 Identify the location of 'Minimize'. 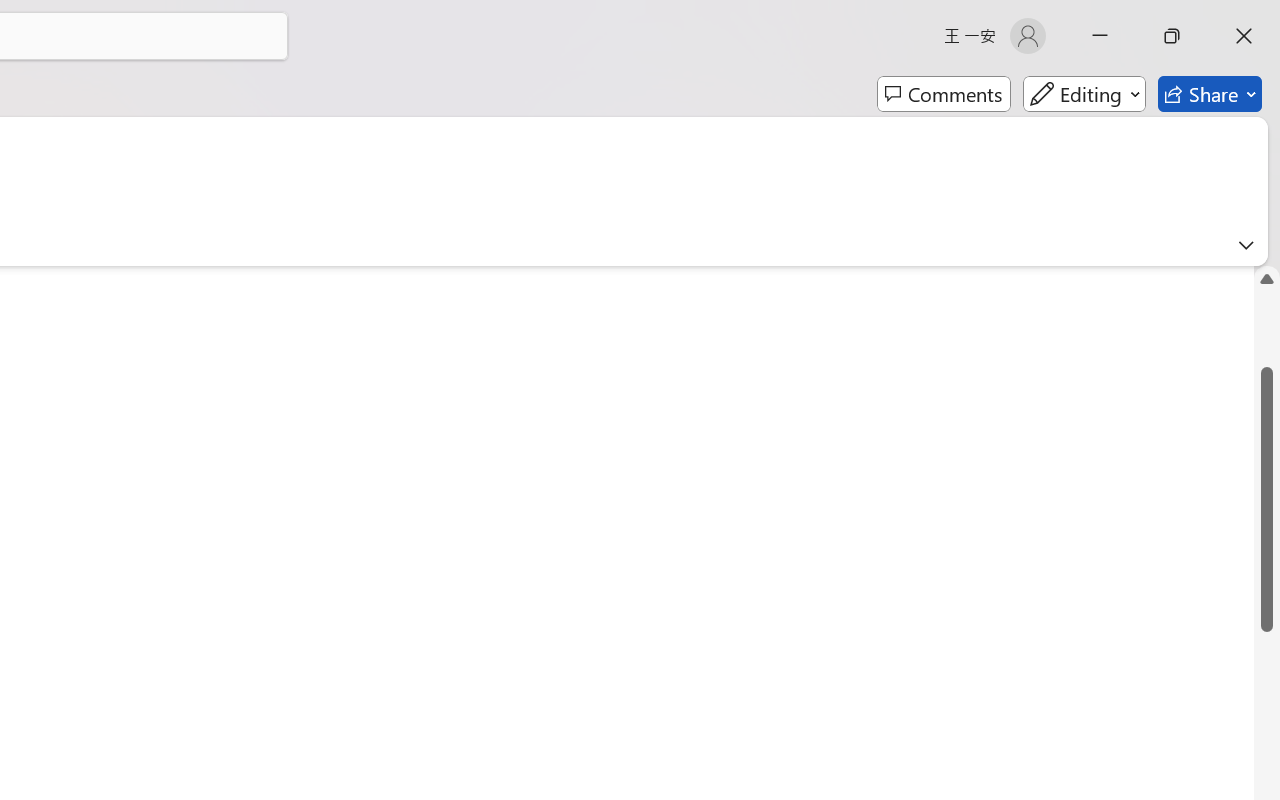
(1099, 35).